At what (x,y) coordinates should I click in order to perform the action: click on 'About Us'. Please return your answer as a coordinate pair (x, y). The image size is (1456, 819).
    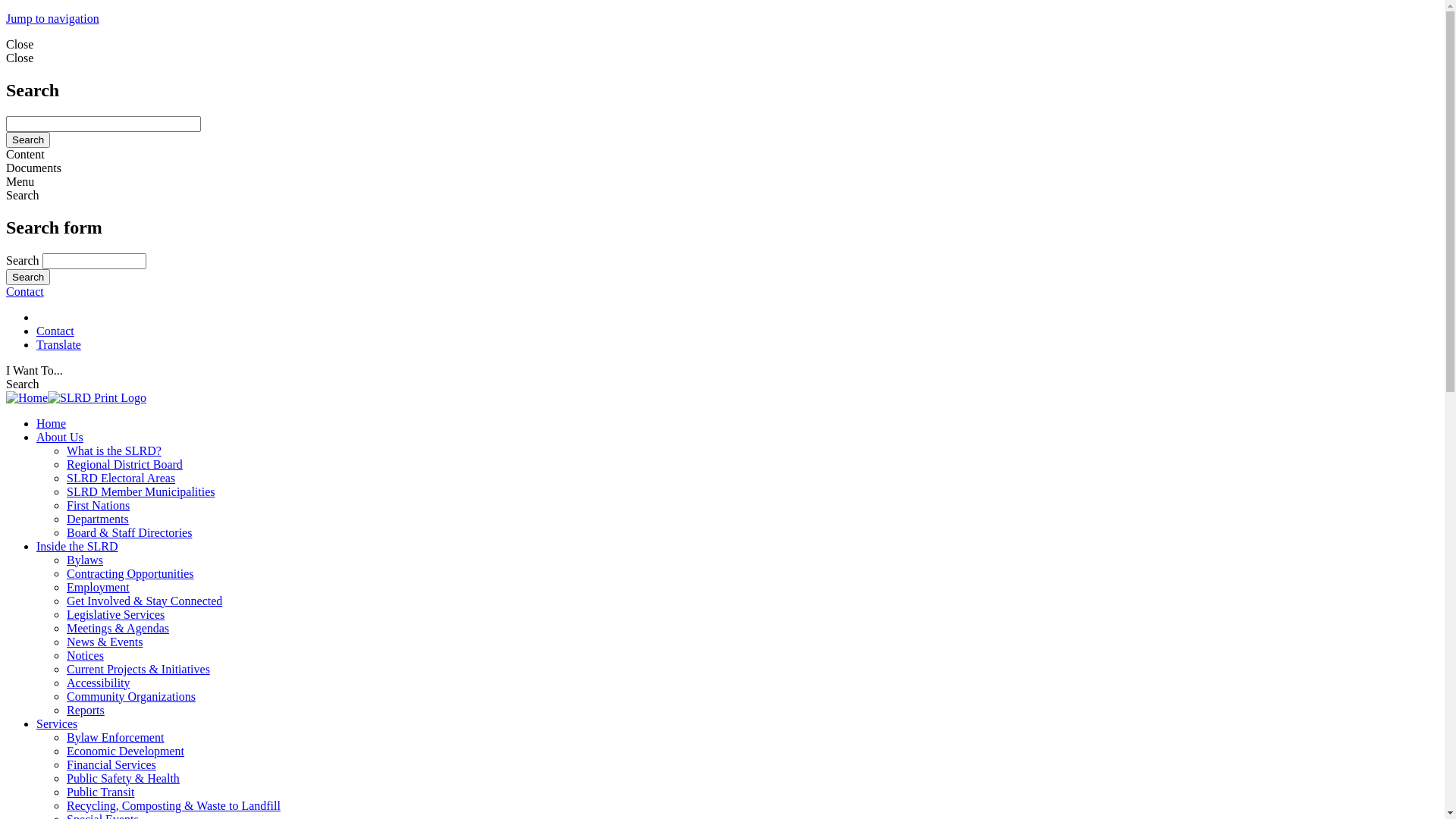
    Looking at the image, I should click on (59, 437).